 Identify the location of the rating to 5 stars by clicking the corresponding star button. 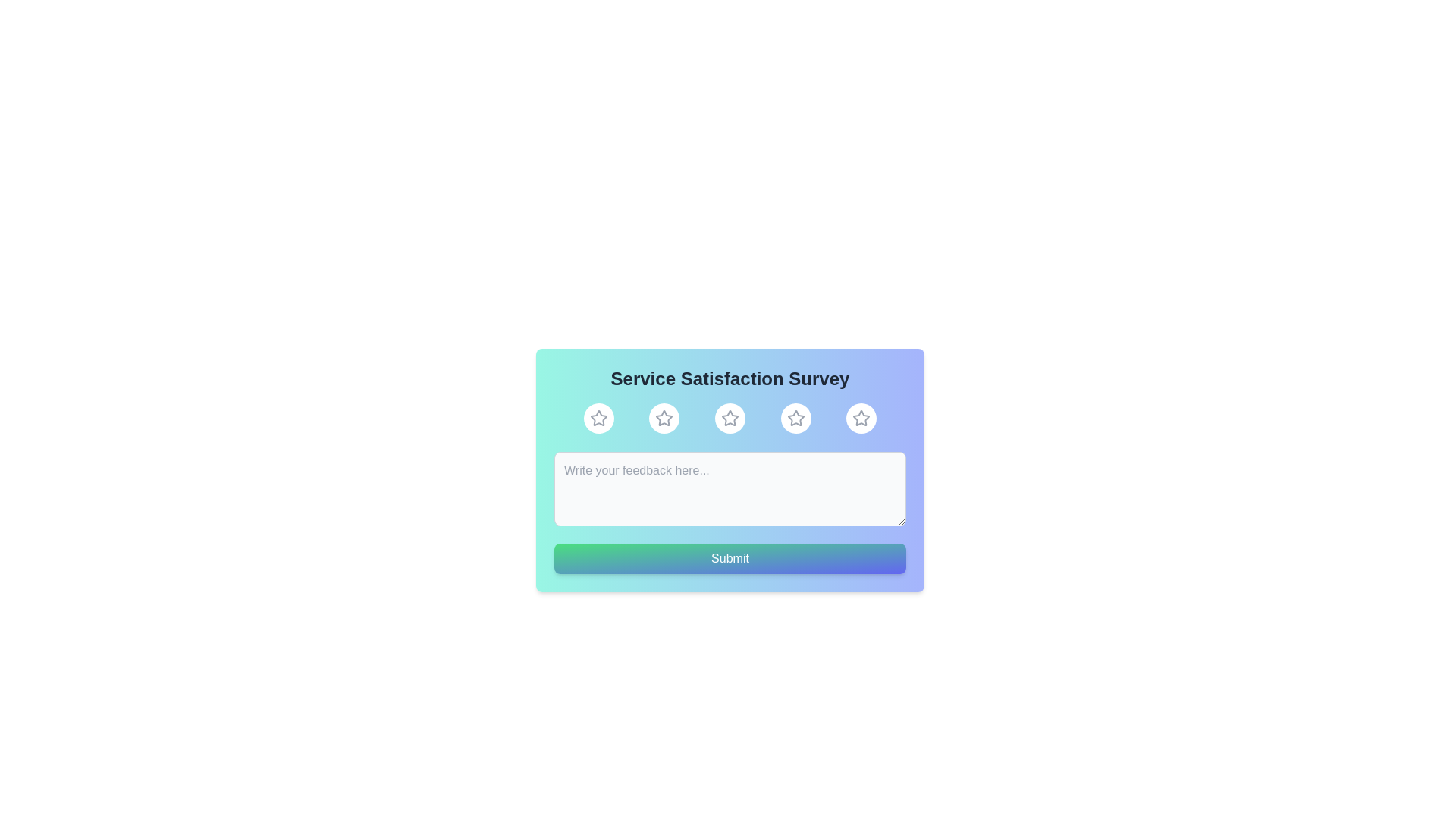
(861, 418).